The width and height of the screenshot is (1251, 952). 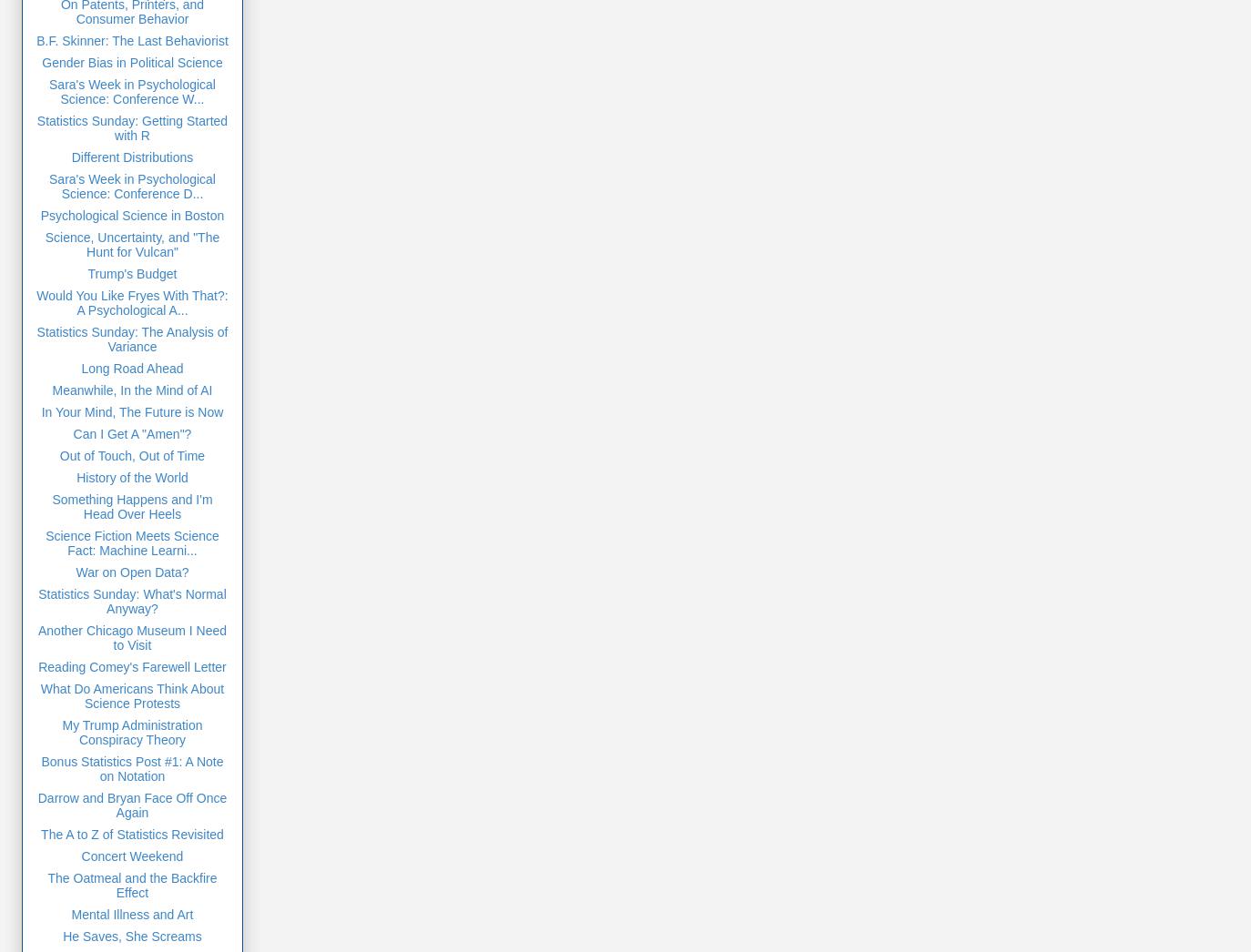 What do you see at coordinates (130, 389) in the screenshot?
I see `'Meanwhile, In the Mind of AI'` at bounding box center [130, 389].